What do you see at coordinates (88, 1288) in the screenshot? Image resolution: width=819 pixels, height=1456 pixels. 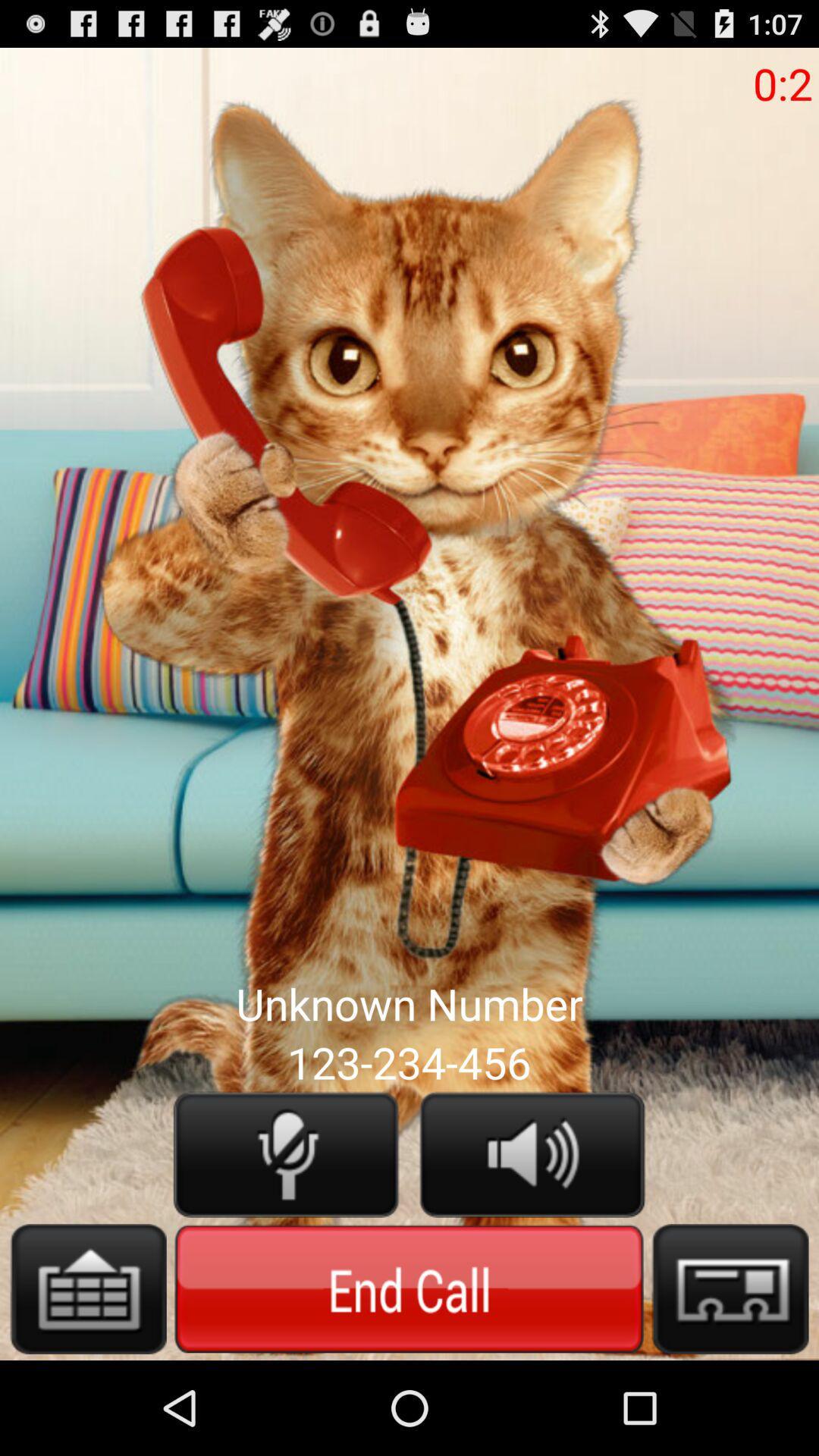 I see `open keyboard` at bounding box center [88, 1288].